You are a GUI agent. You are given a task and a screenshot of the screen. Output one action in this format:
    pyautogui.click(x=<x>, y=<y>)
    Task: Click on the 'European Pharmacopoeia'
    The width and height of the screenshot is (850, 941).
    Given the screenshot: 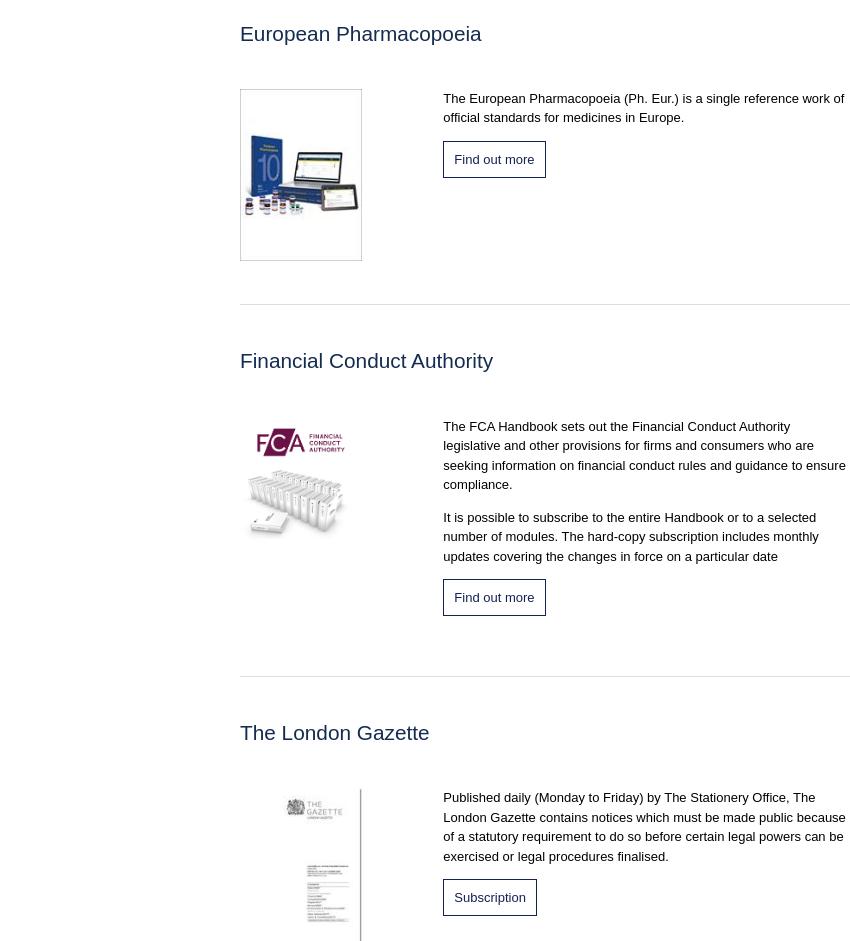 What is the action you would take?
    pyautogui.click(x=359, y=32)
    